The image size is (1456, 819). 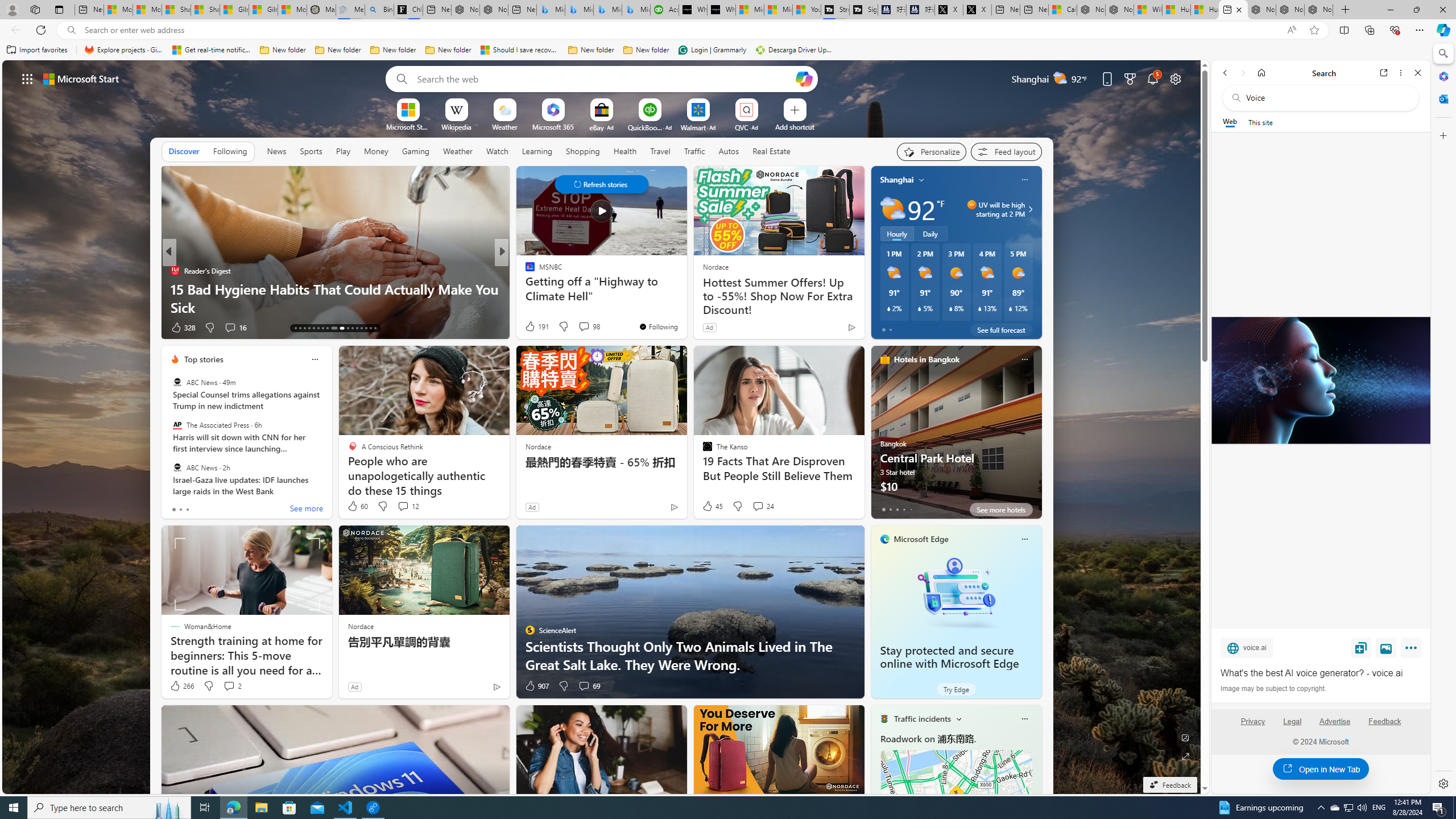 What do you see at coordinates (1360, 647) in the screenshot?
I see `'Save'` at bounding box center [1360, 647].